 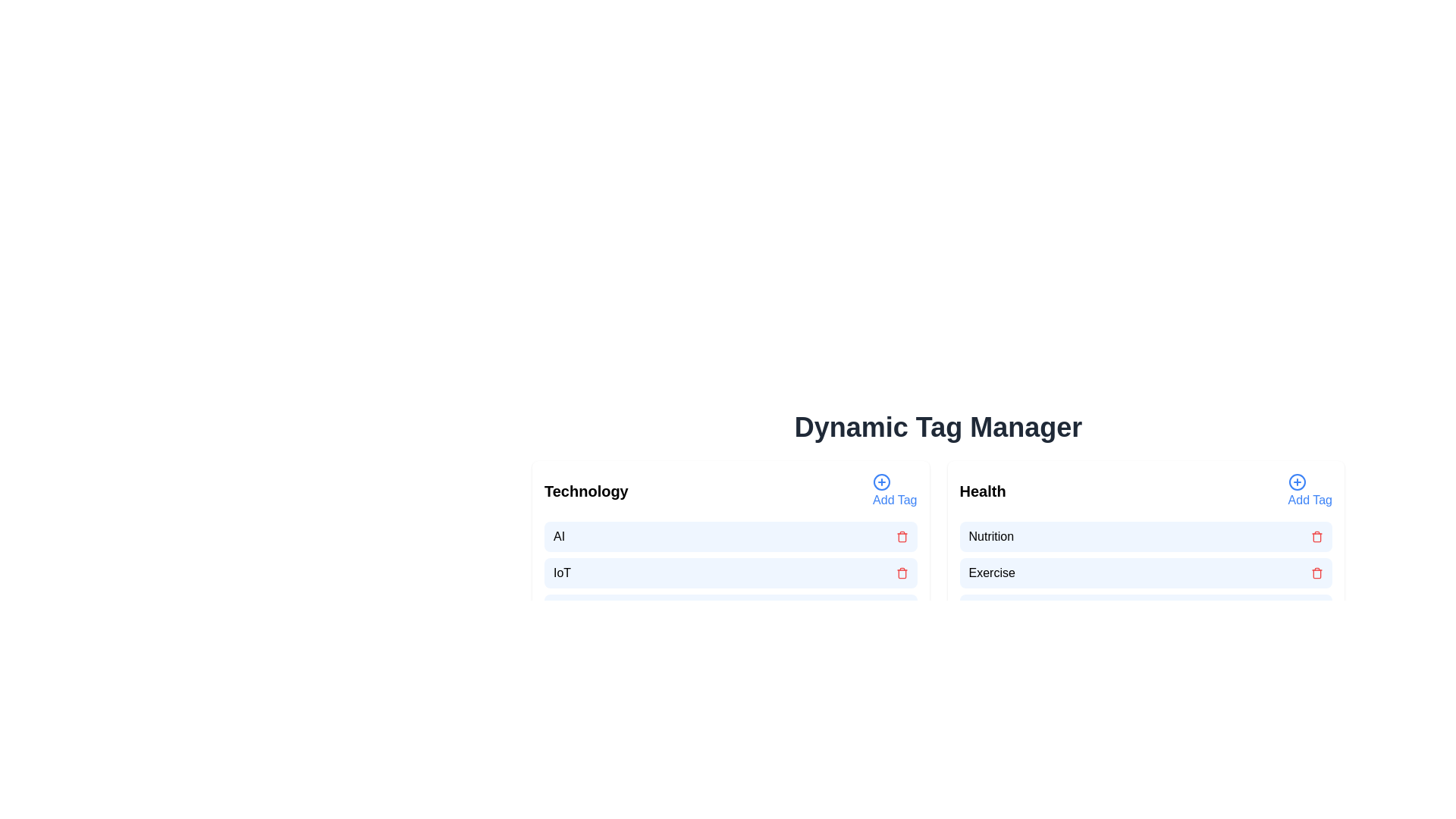 What do you see at coordinates (1146, 573) in the screenshot?
I see `the 'Exercise' list item in the 'Health' section` at bounding box center [1146, 573].